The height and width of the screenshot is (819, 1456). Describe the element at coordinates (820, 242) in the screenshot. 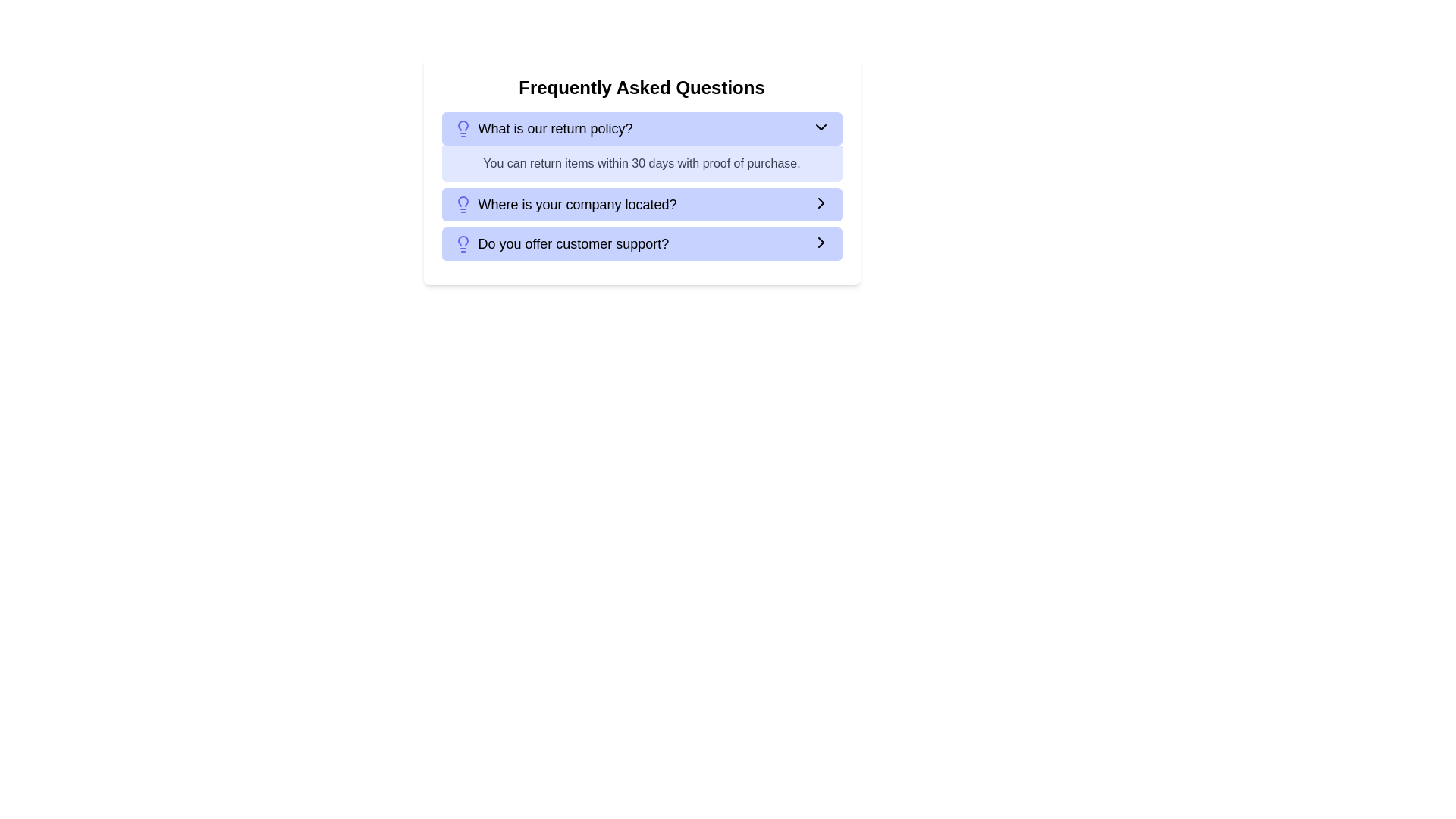

I see `the arrow icon located on the right side of the 'Do you offer customer support?' text` at that location.